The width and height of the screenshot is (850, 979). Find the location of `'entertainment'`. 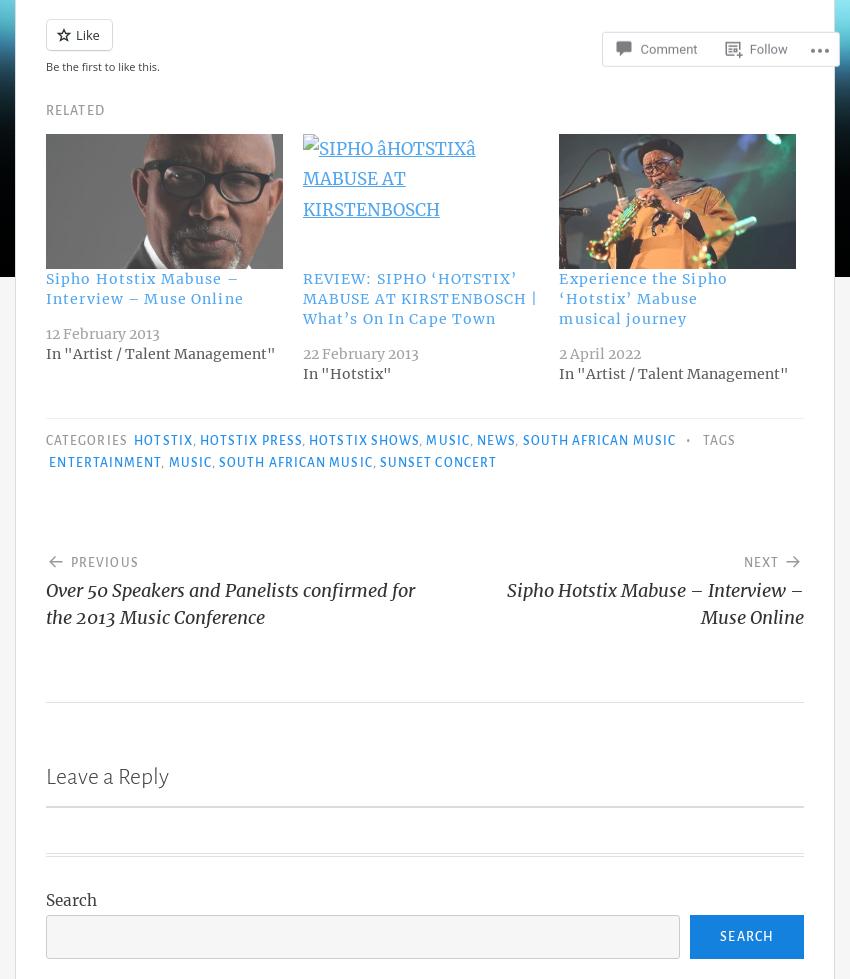

'entertainment' is located at coordinates (103, 462).